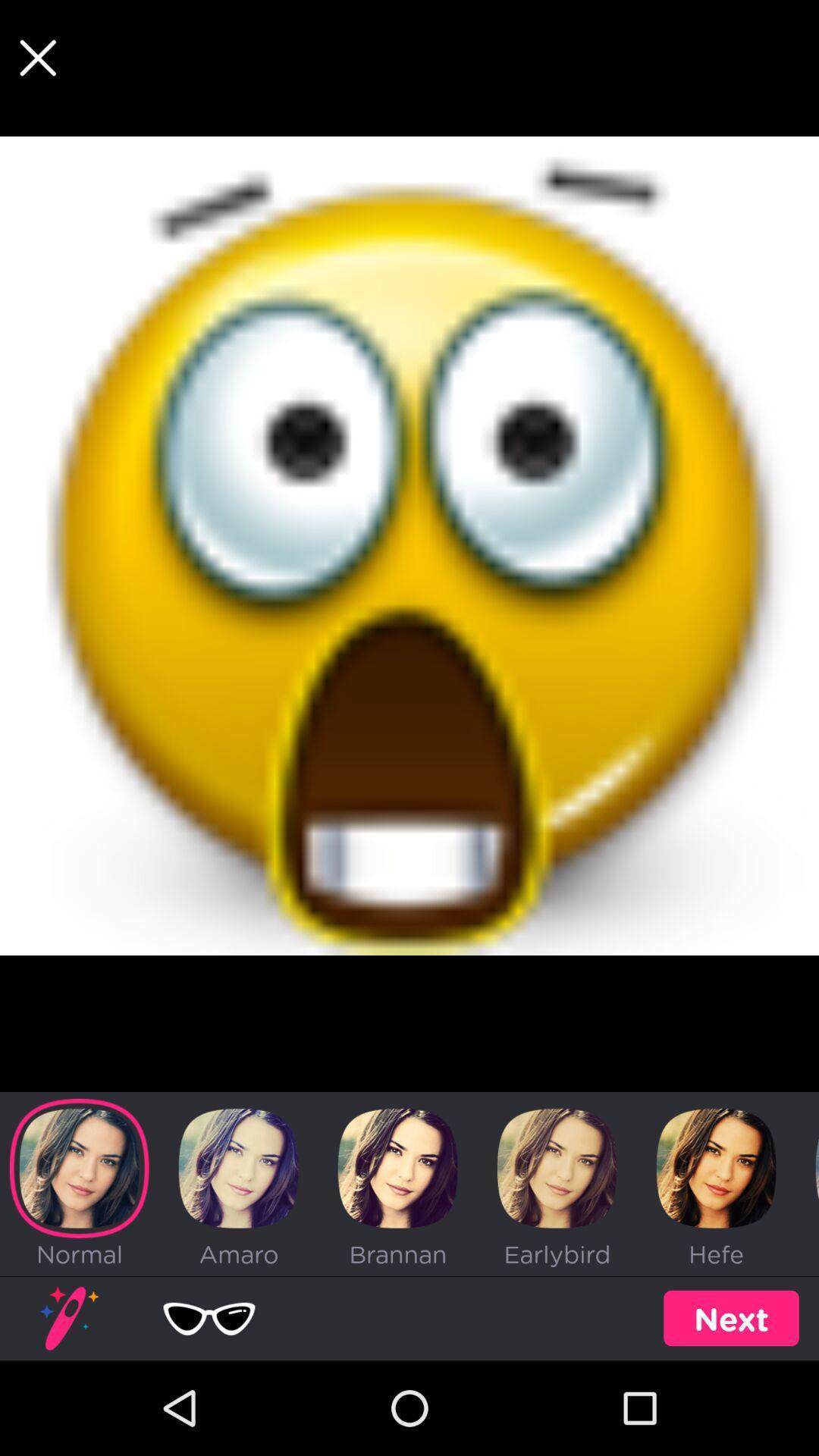  Describe the element at coordinates (37, 58) in the screenshot. I see `the close icon` at that location.